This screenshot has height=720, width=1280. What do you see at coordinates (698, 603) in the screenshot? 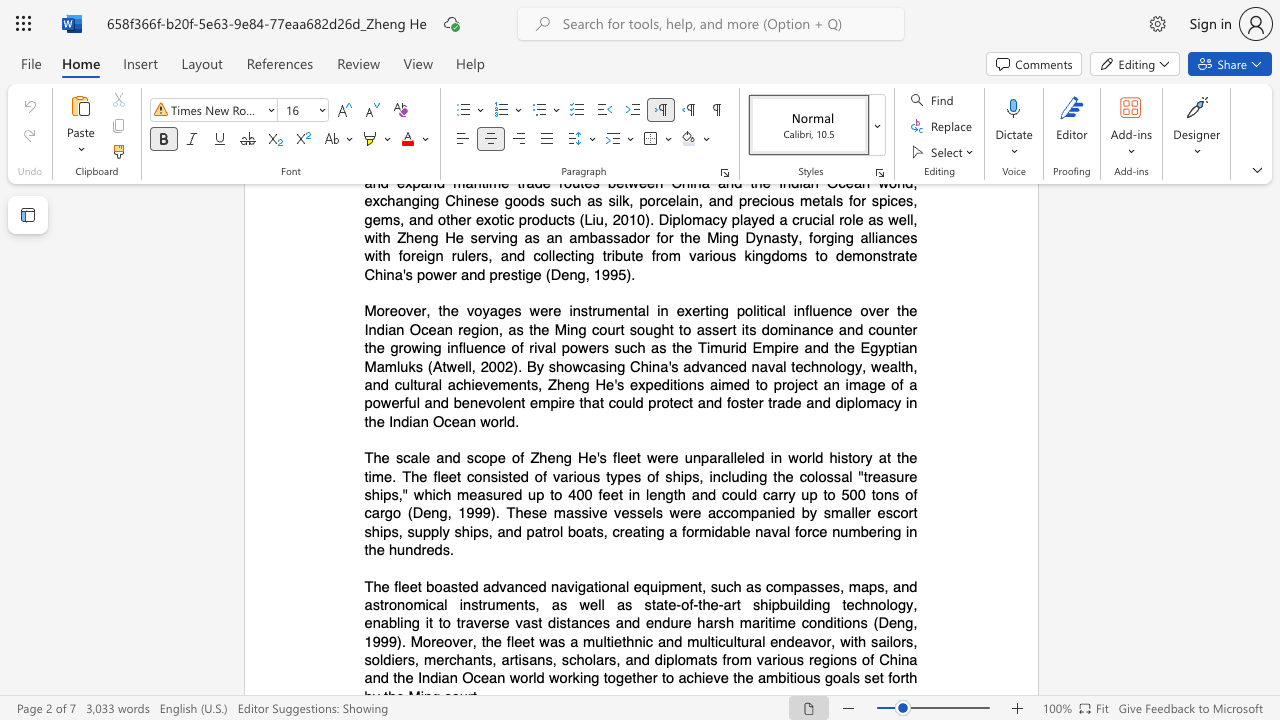
I see `the subset text "the-" within the text "state-of-the-art"` at bounding box center [698, 603].